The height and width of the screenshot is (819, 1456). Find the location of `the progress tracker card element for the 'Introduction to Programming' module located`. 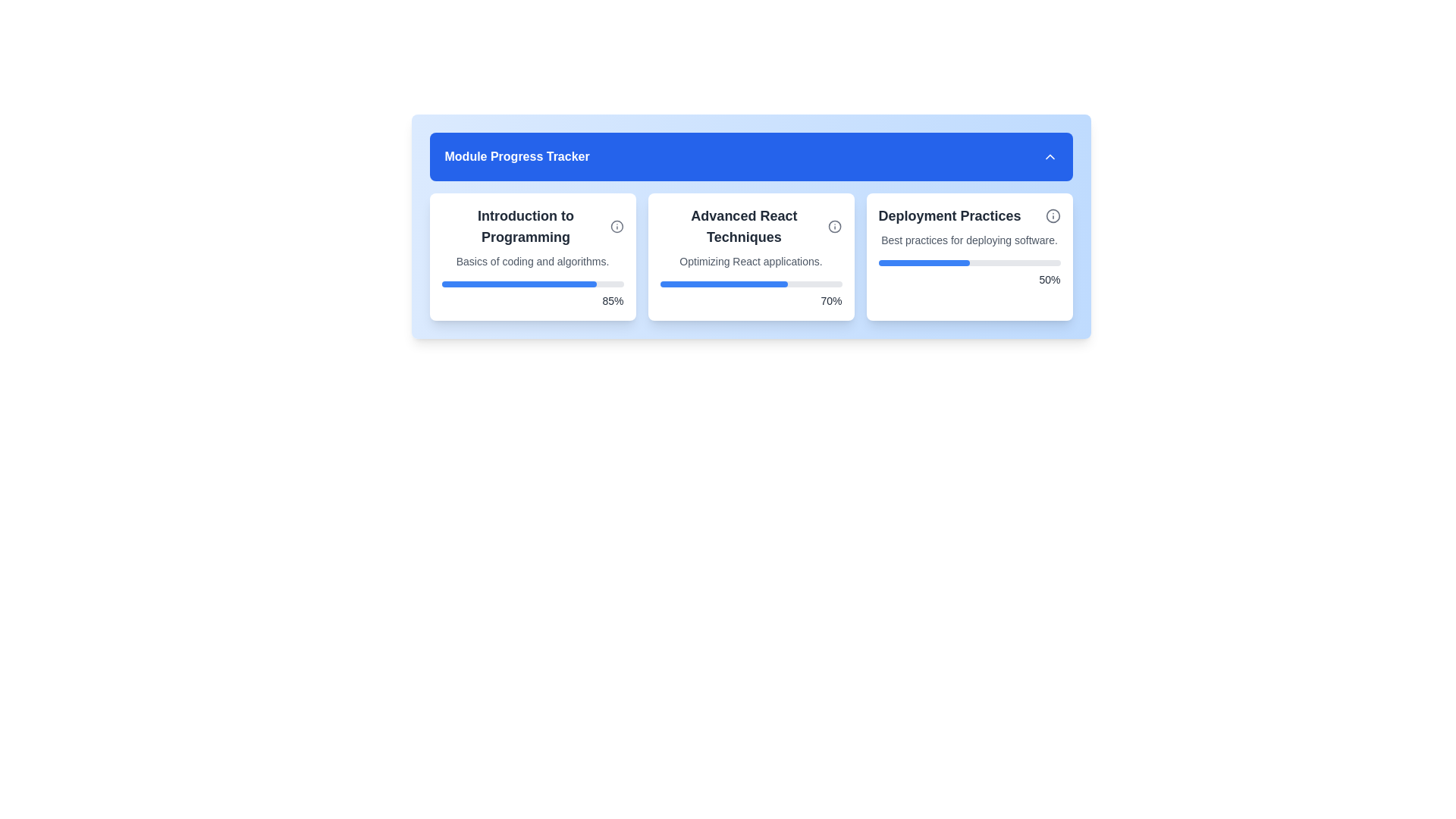

the progress tracker card element for the 'Introduction to Programming' module located is located at coordinates (532, 256).